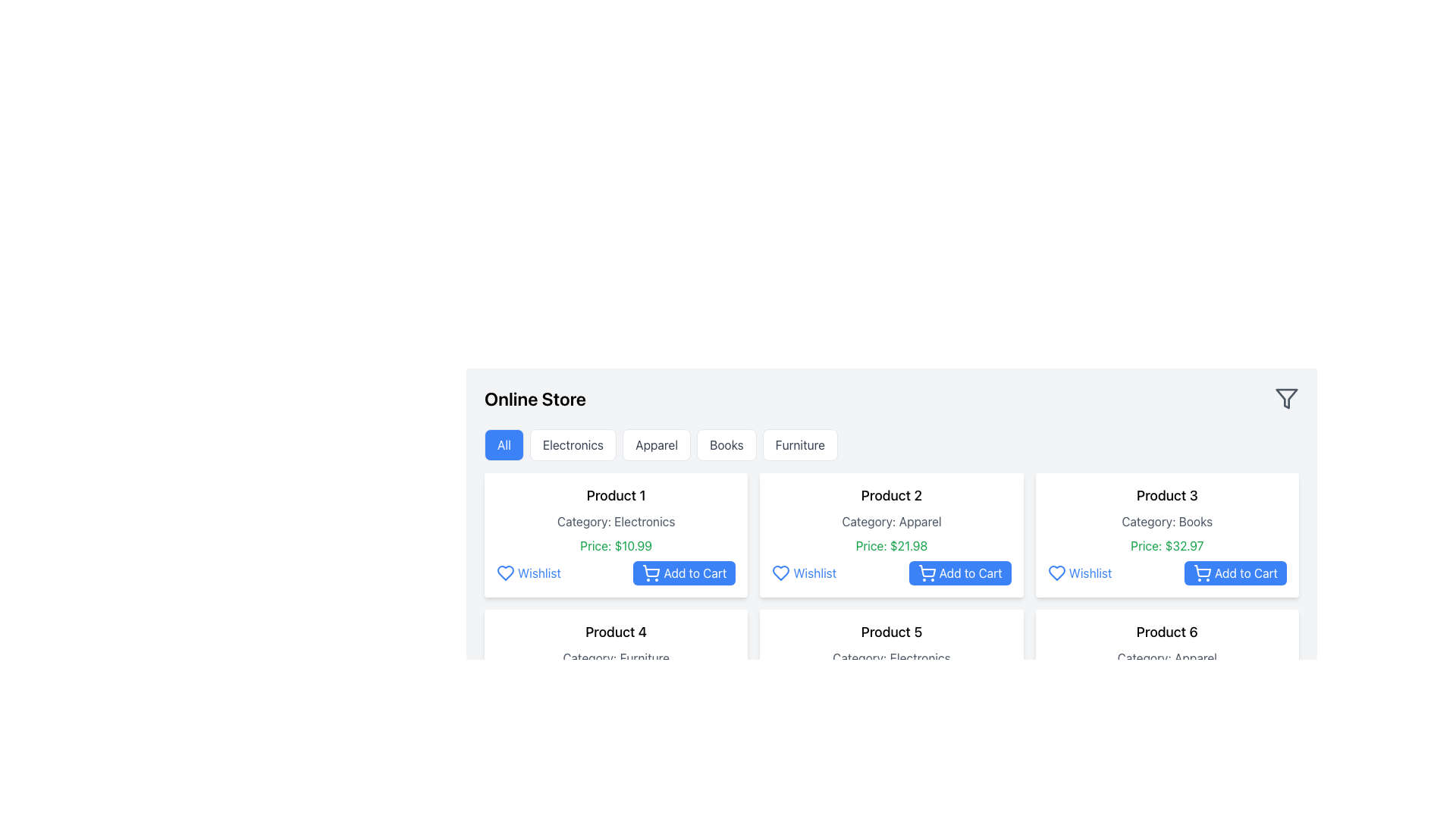 The width and height of the screenshot is (1456, 819). What do you see at coordinates (504, 444) in the screenshot?
I see `the leftmost button labeled 'All'` at bounding box center [504, 444].